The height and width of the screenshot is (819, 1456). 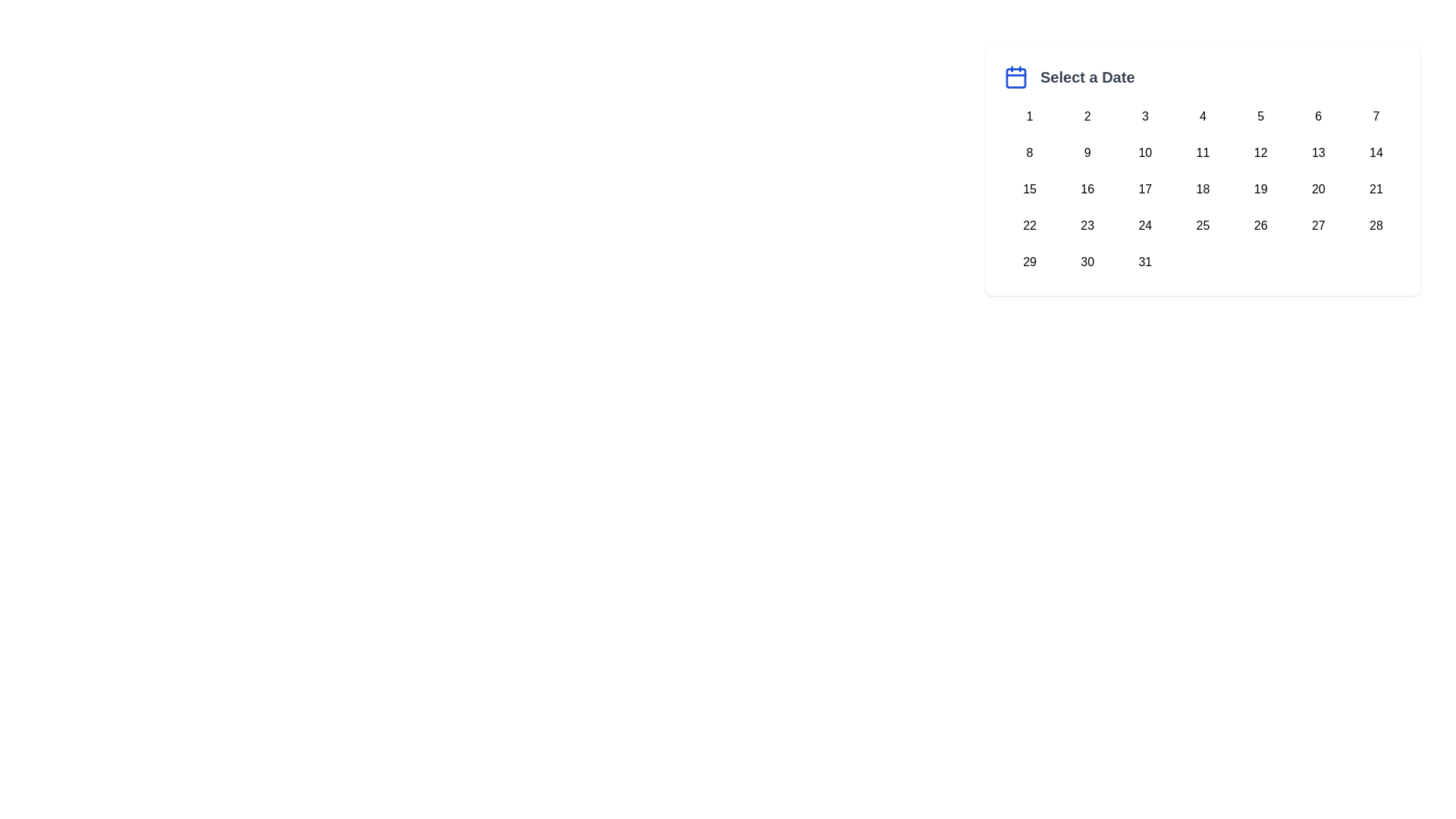 I want to click on the calendar button representing the date '15' to observe the hover effects, so click(x=1030, y=189).